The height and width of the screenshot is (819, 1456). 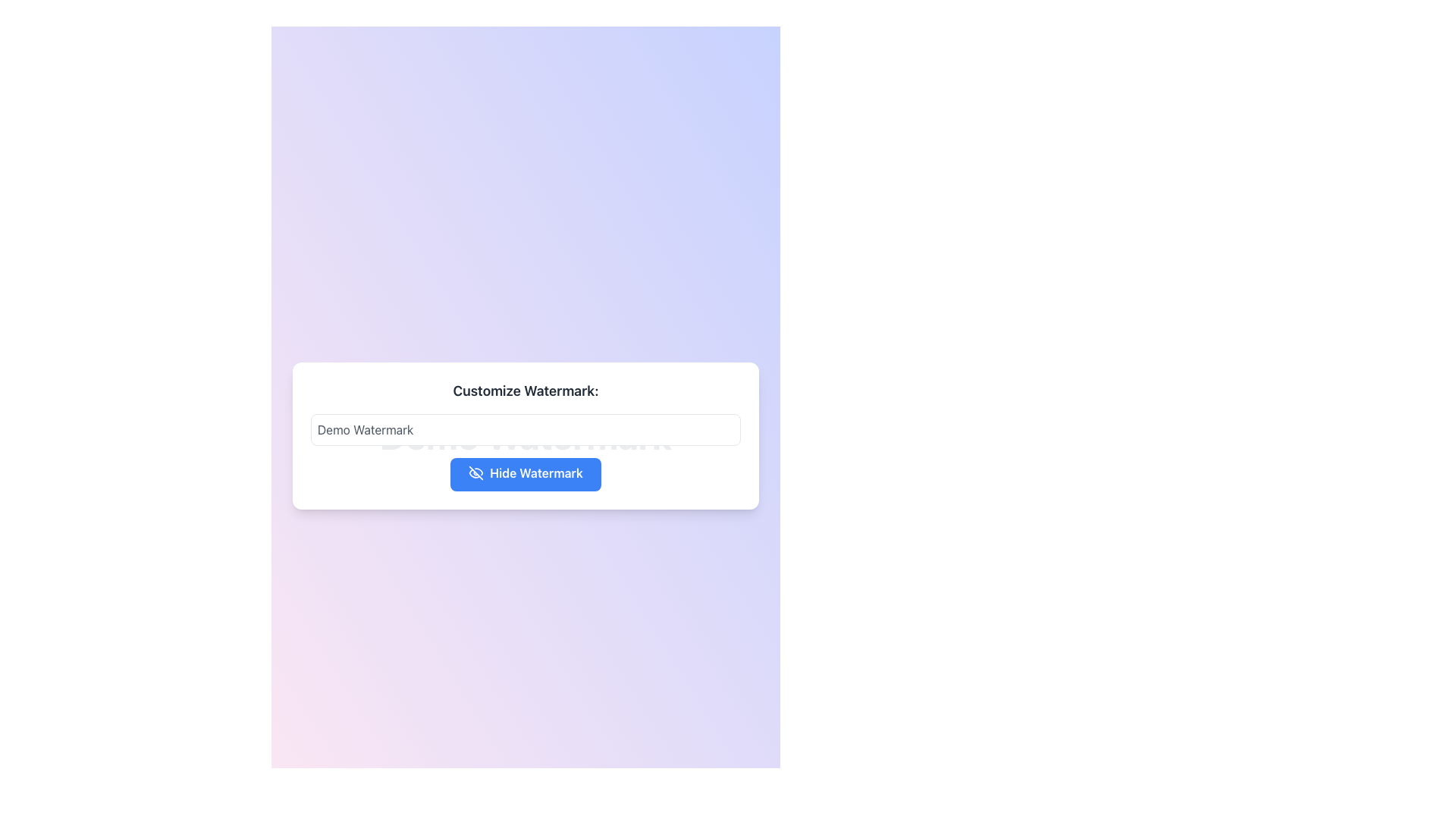 I want to click on the text label that explains the purpose of the input field for customizing watermark text, located above the corresponding input field, so click(x=526, y=391).